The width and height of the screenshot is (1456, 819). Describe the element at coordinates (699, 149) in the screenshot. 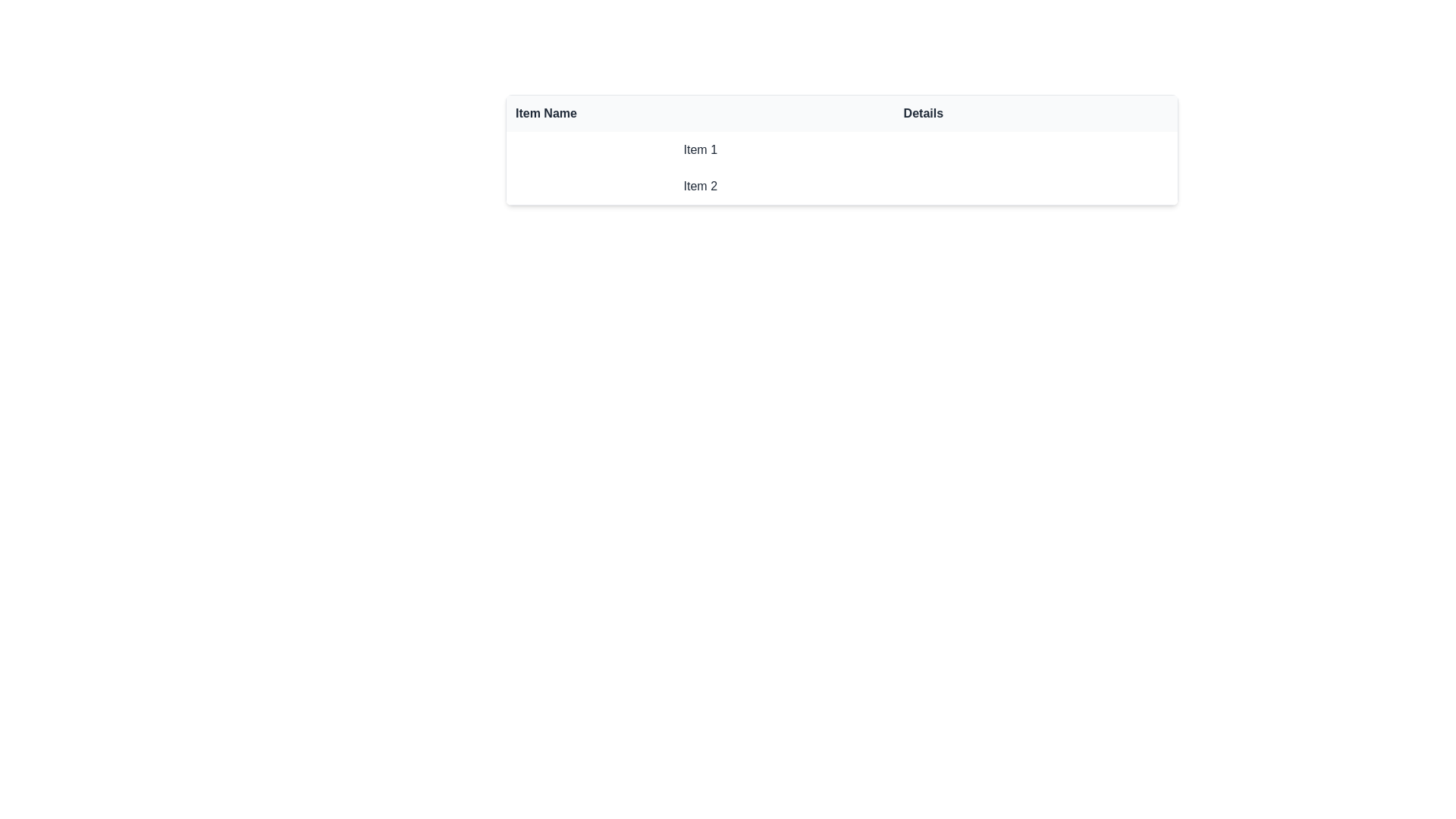

I see `the text label that serves as the identifier for the first item listed under the 'Item Name' column in the table` at that location.